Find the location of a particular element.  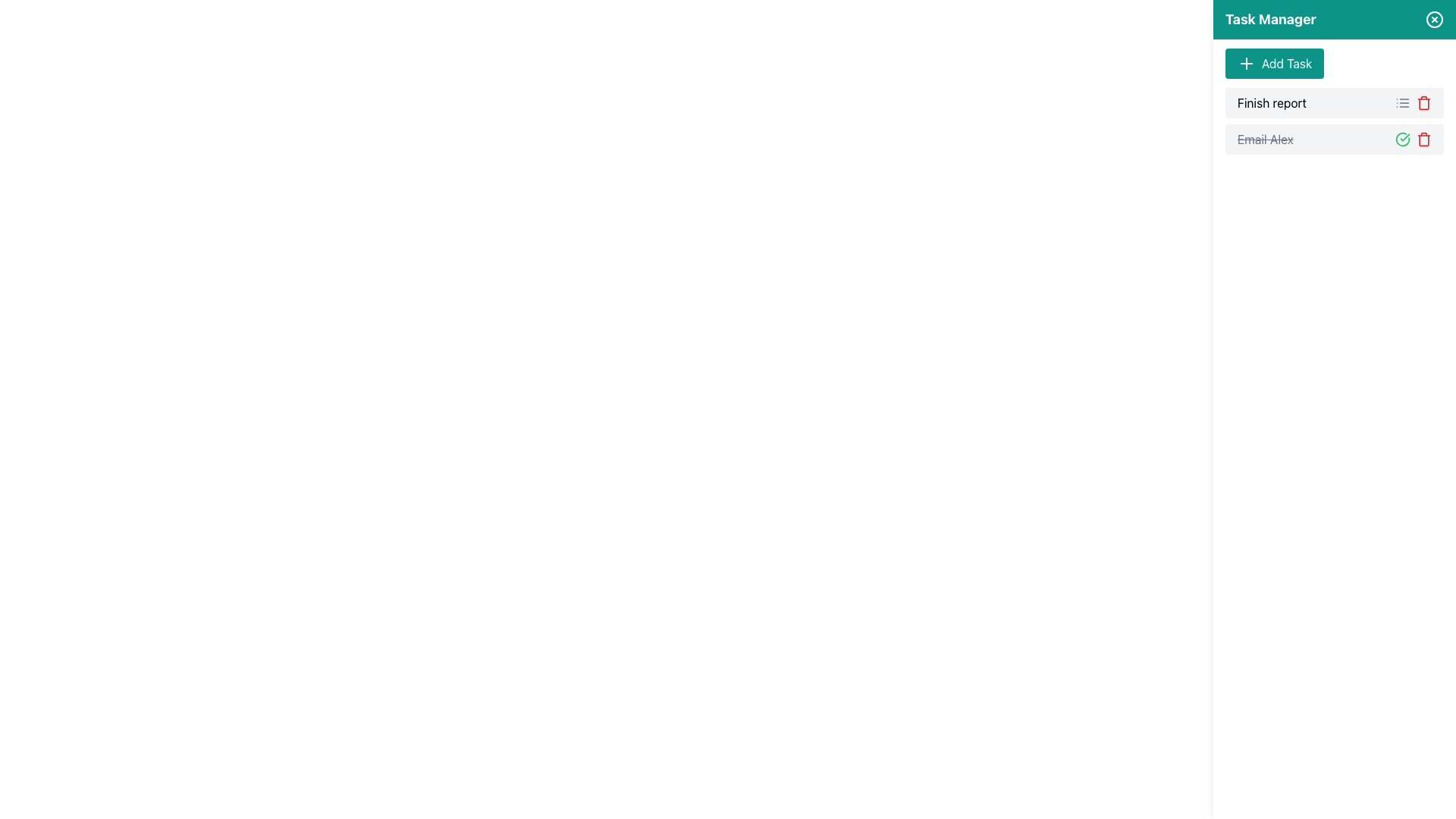

text label 'Email Alex' which has a line-through styling, indicating it is marked as completed or inactive, located in the second item of the vertical task list in the 'Task Manager' section is located at coordinates (1265, 140).